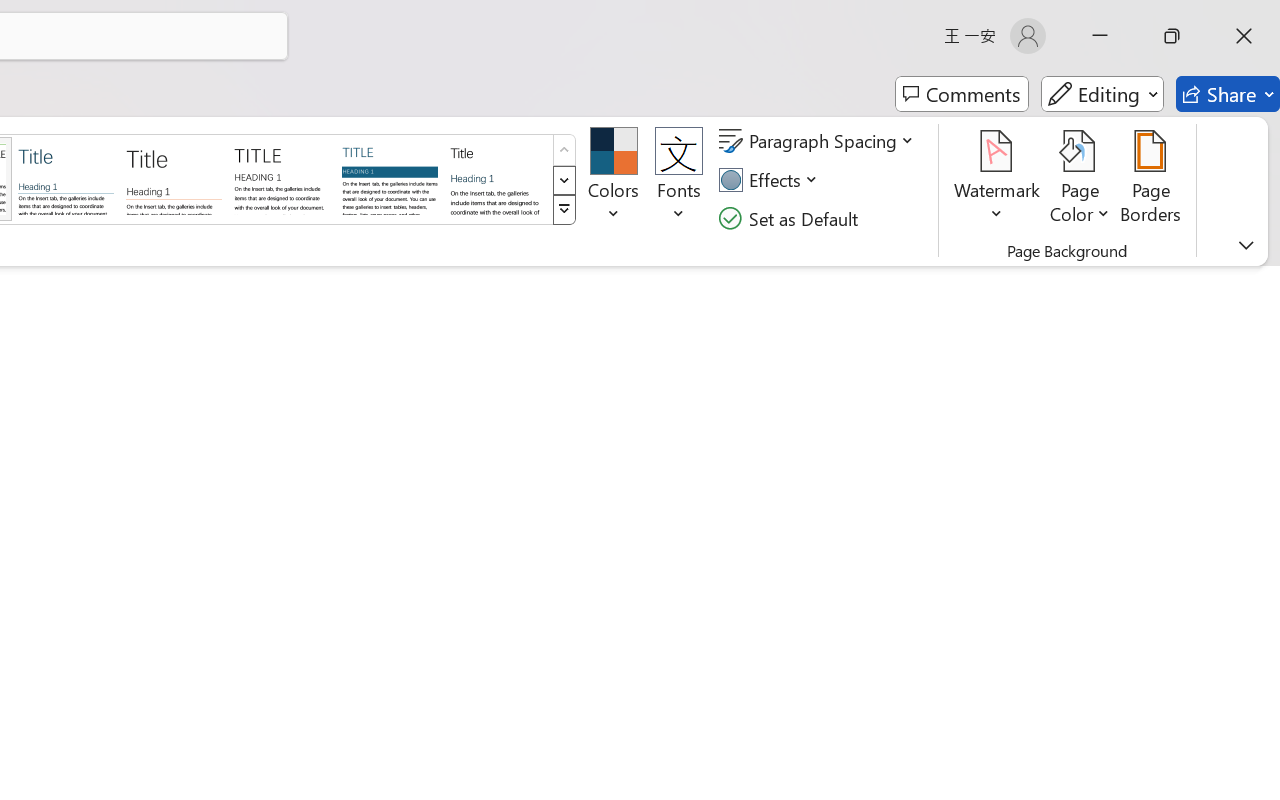 The width and height of the screenshot is (1280, 800). What do you see at coordinates (997, 179) in the screenshot?
I see `'Watermark'` at bounding box center [997, 179].